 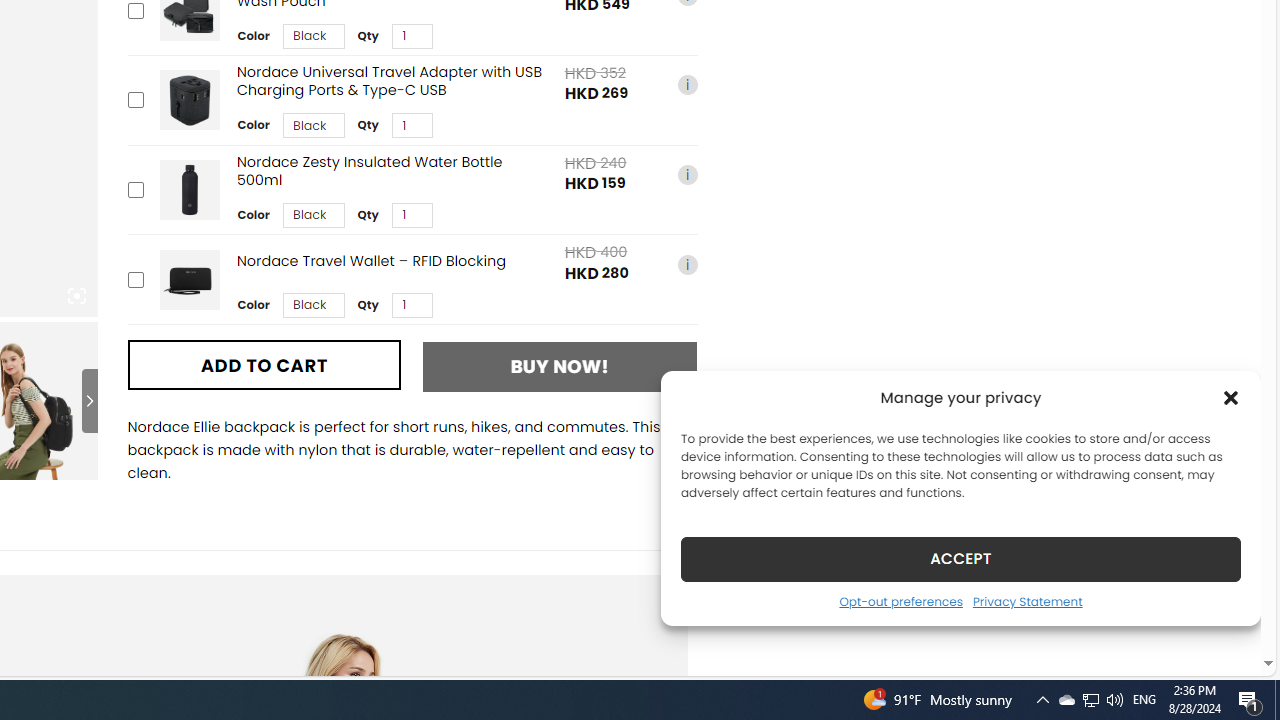 I want to click on 'Class: iconic-woothumbs-fullscreen', so click(x=76, y=296).